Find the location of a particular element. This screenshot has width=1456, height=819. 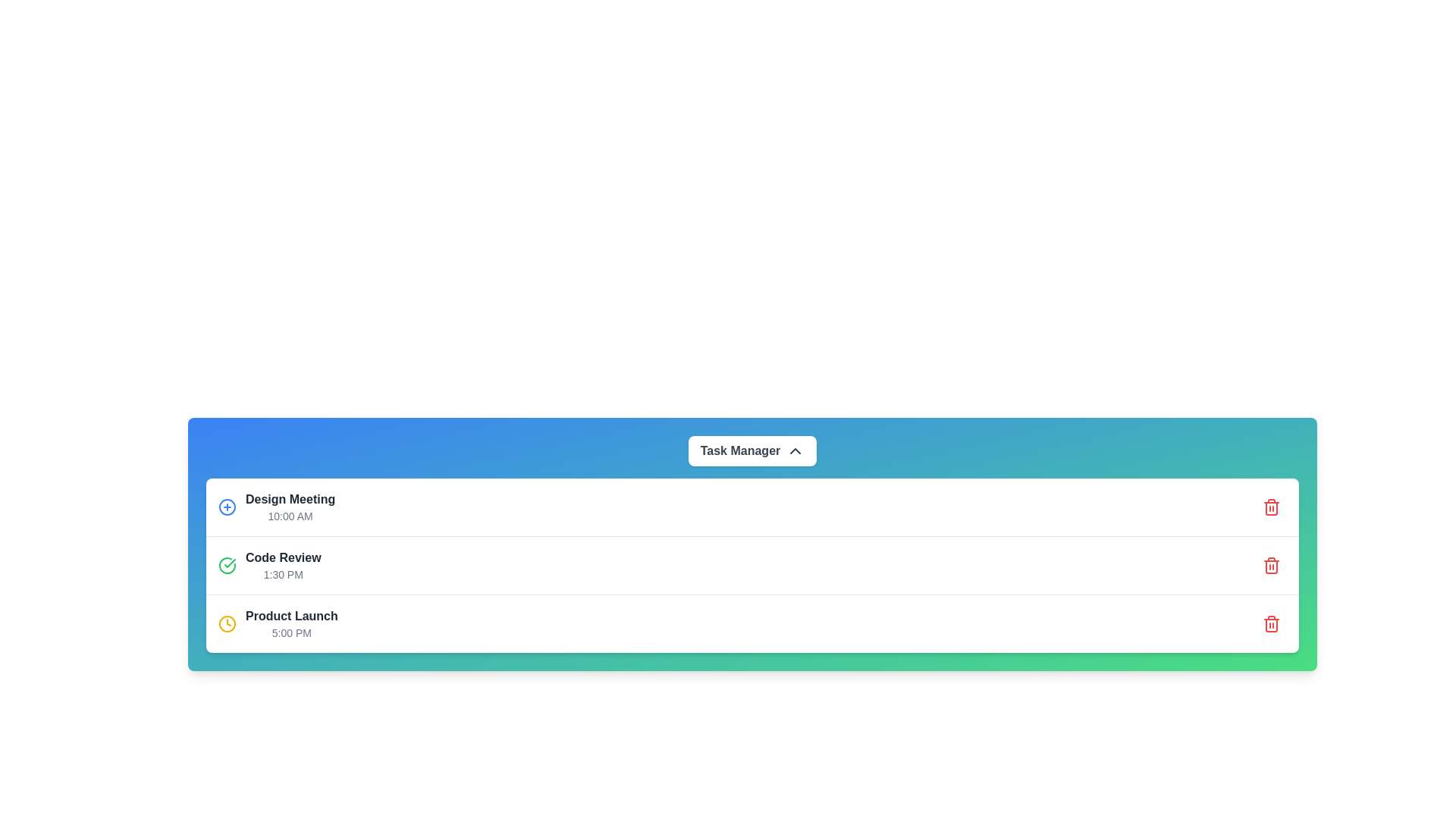

the third scheduled task in the task management application, located between 'Code Review' and the bottom of the list is located at coordinates (278, 623).